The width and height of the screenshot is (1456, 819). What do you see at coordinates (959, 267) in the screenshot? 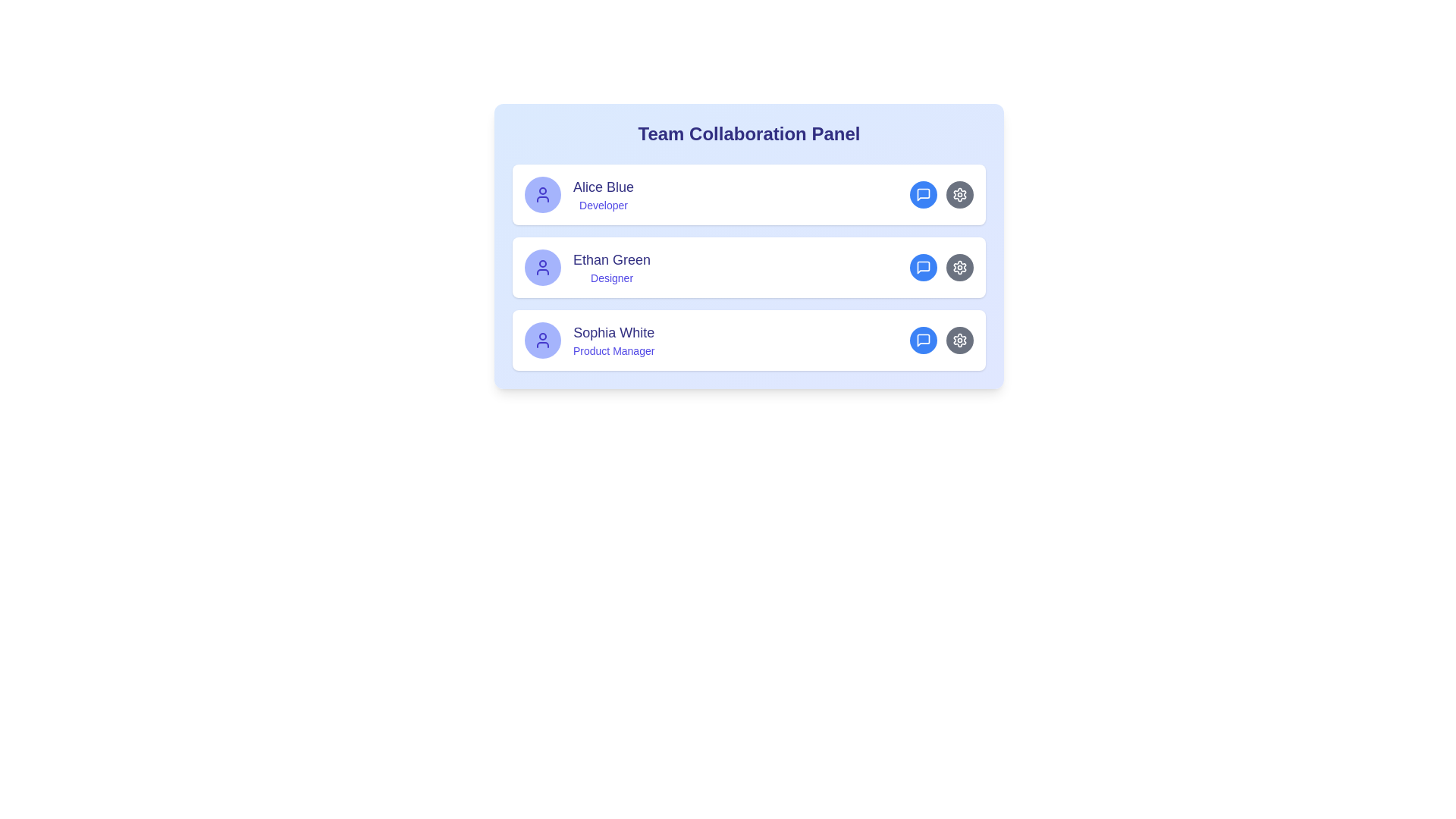
I see `the settings icon represented by a gear symbol, located in the second row of the user list panel to the far right of Ethan Green's row` at bounding box center [959, 267].